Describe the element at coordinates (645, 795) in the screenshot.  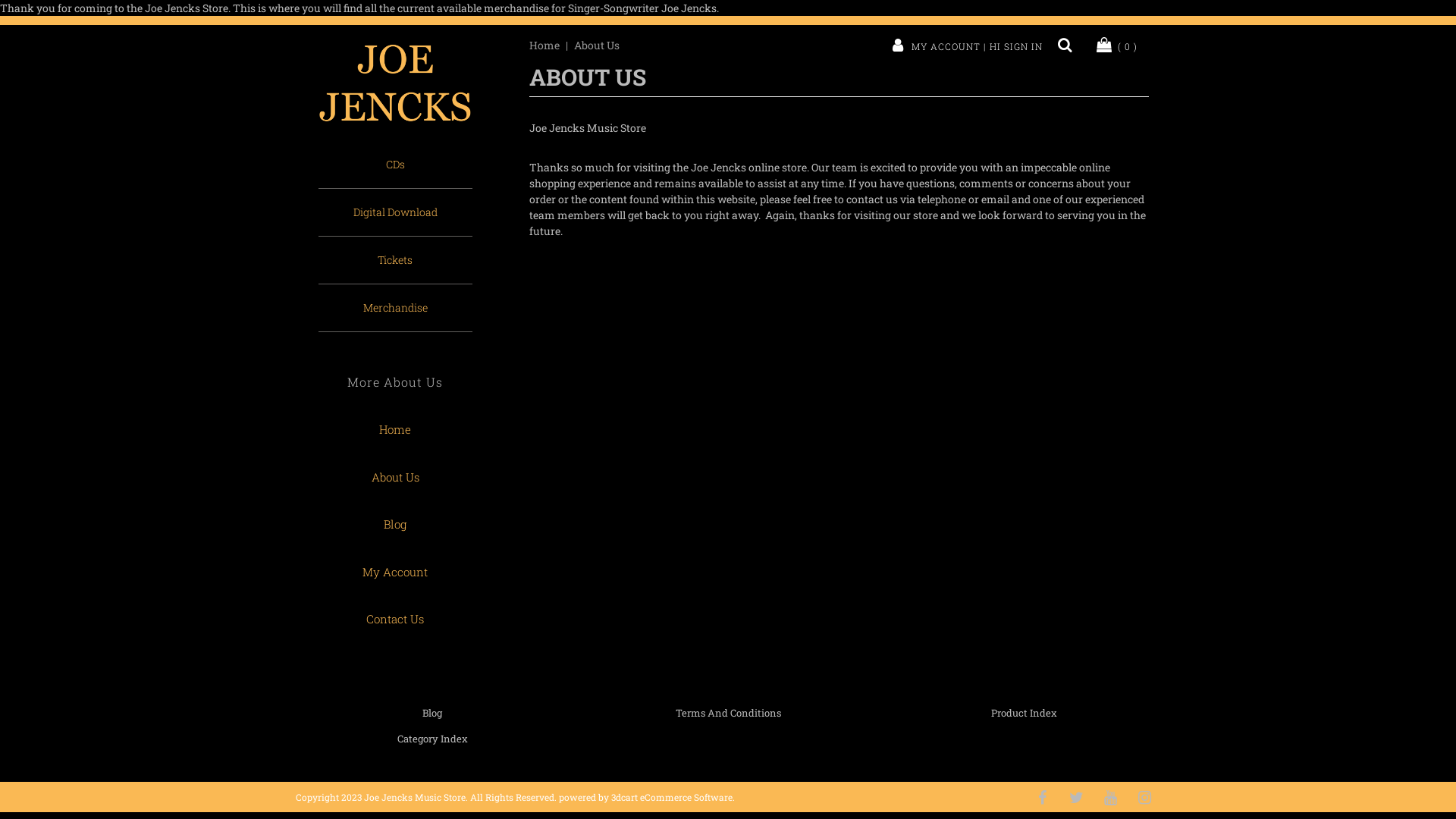
I see `'powered by 3dcart eCommerce Software'` at that location.